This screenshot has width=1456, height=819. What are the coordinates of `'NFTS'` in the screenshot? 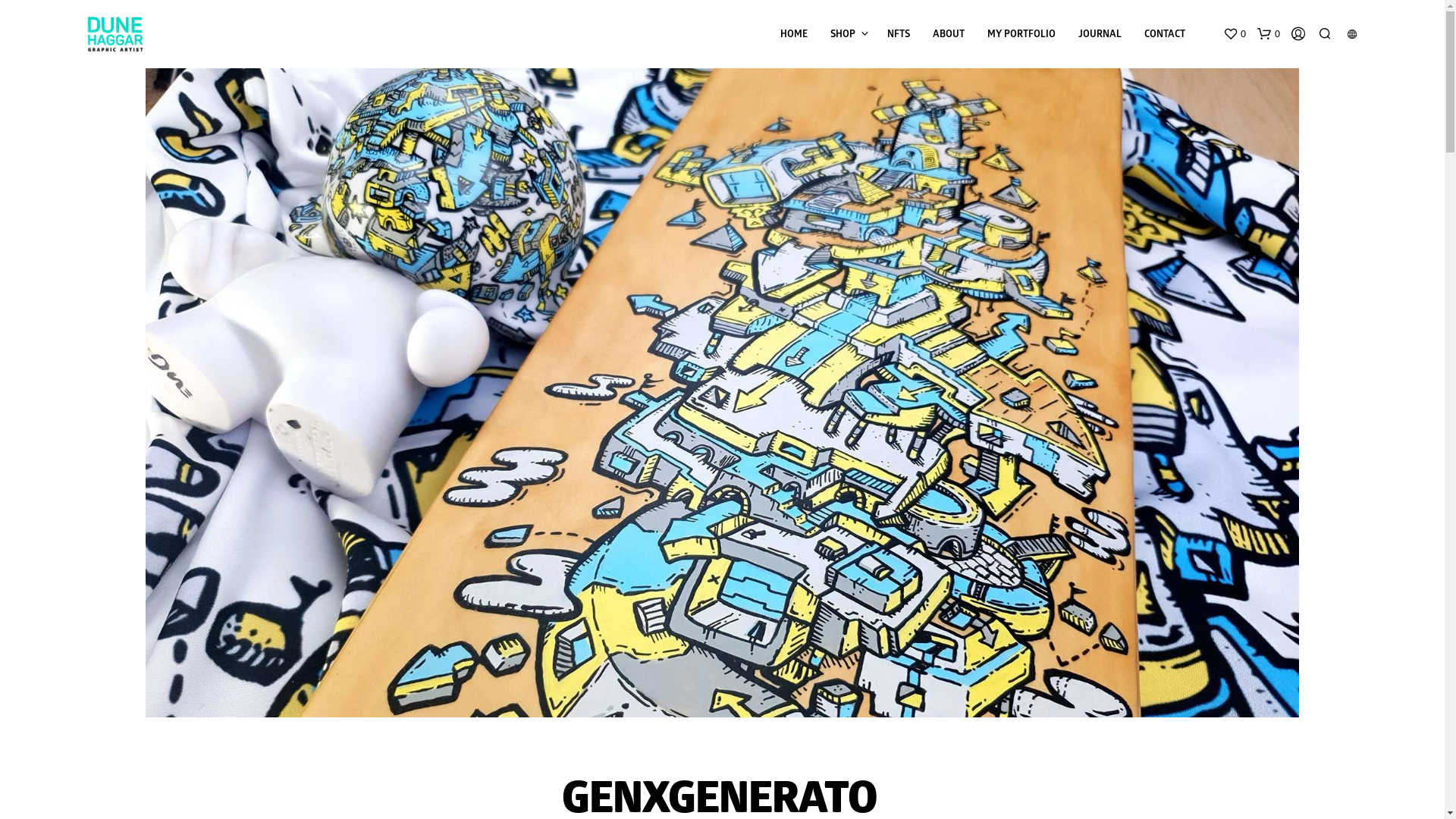 It's located at (898, 34).